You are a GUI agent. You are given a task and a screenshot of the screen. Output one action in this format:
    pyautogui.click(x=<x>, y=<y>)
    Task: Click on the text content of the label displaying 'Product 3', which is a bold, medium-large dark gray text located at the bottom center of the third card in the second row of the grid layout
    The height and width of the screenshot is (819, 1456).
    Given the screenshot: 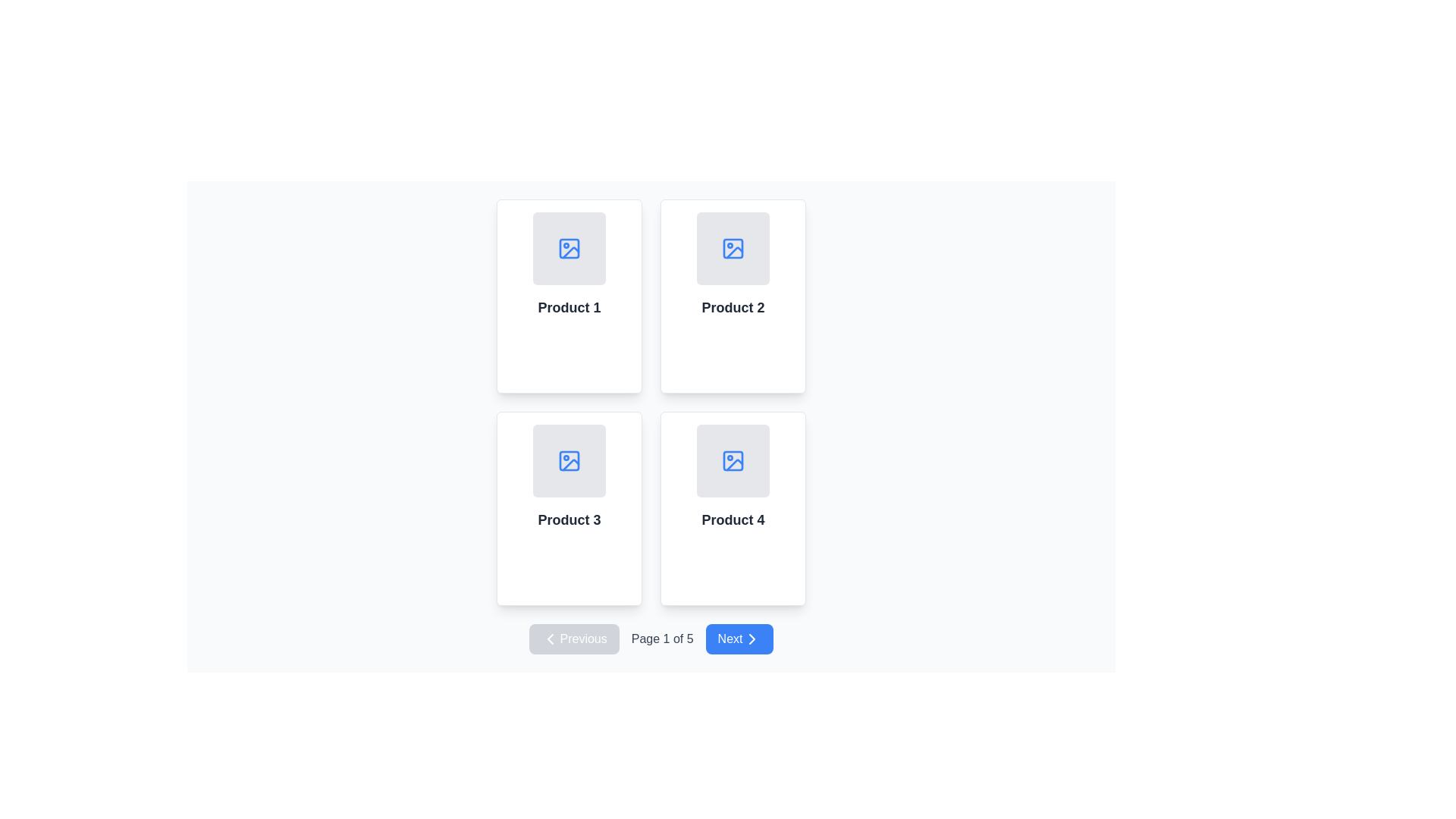 What is the action you would take?
    pyautogui.click(x=568, y=519)
    